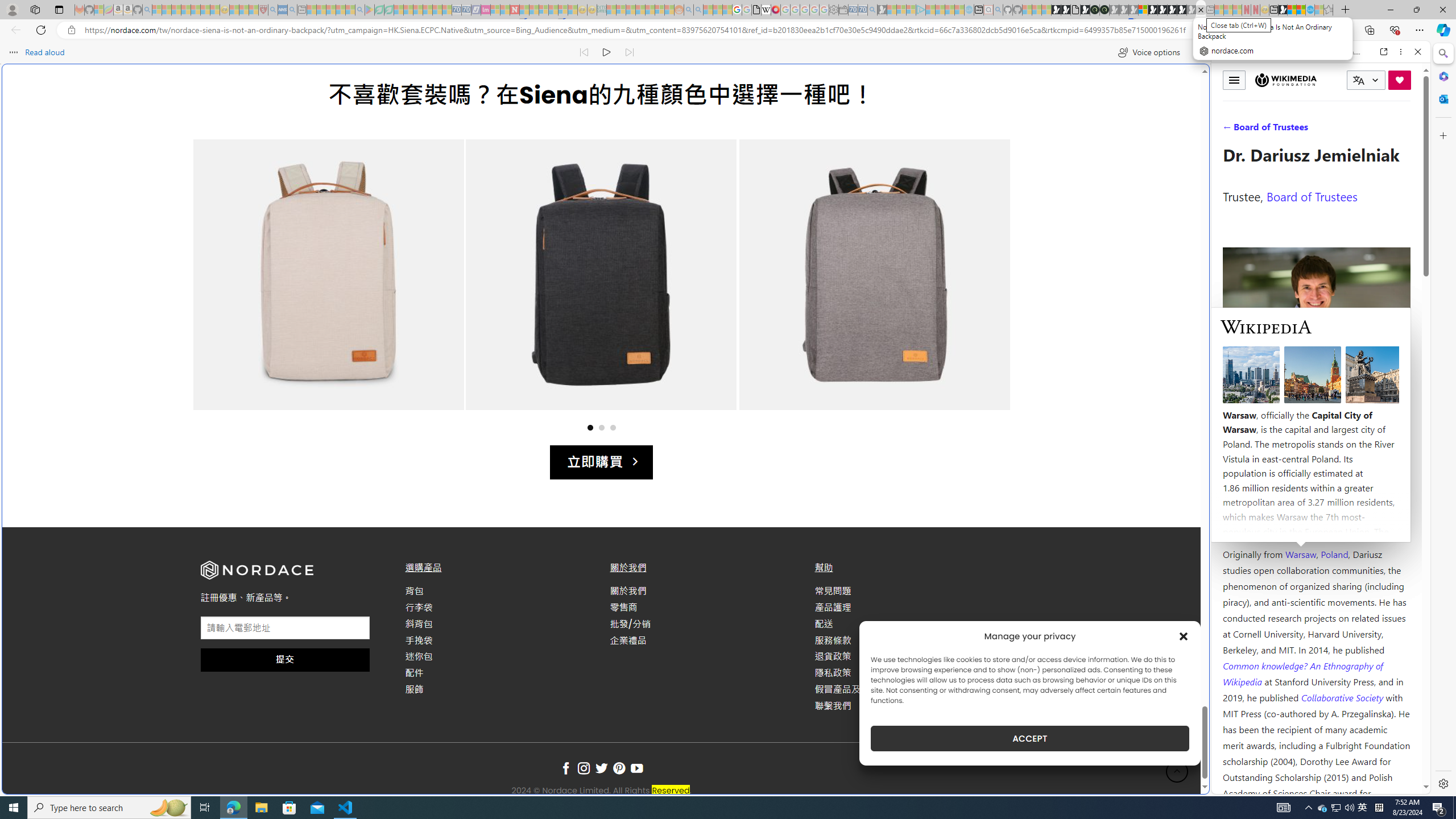 The width and height of the screenshot is (1456, 819). I want to click on 'Kozminski University', so click(1316, 486).